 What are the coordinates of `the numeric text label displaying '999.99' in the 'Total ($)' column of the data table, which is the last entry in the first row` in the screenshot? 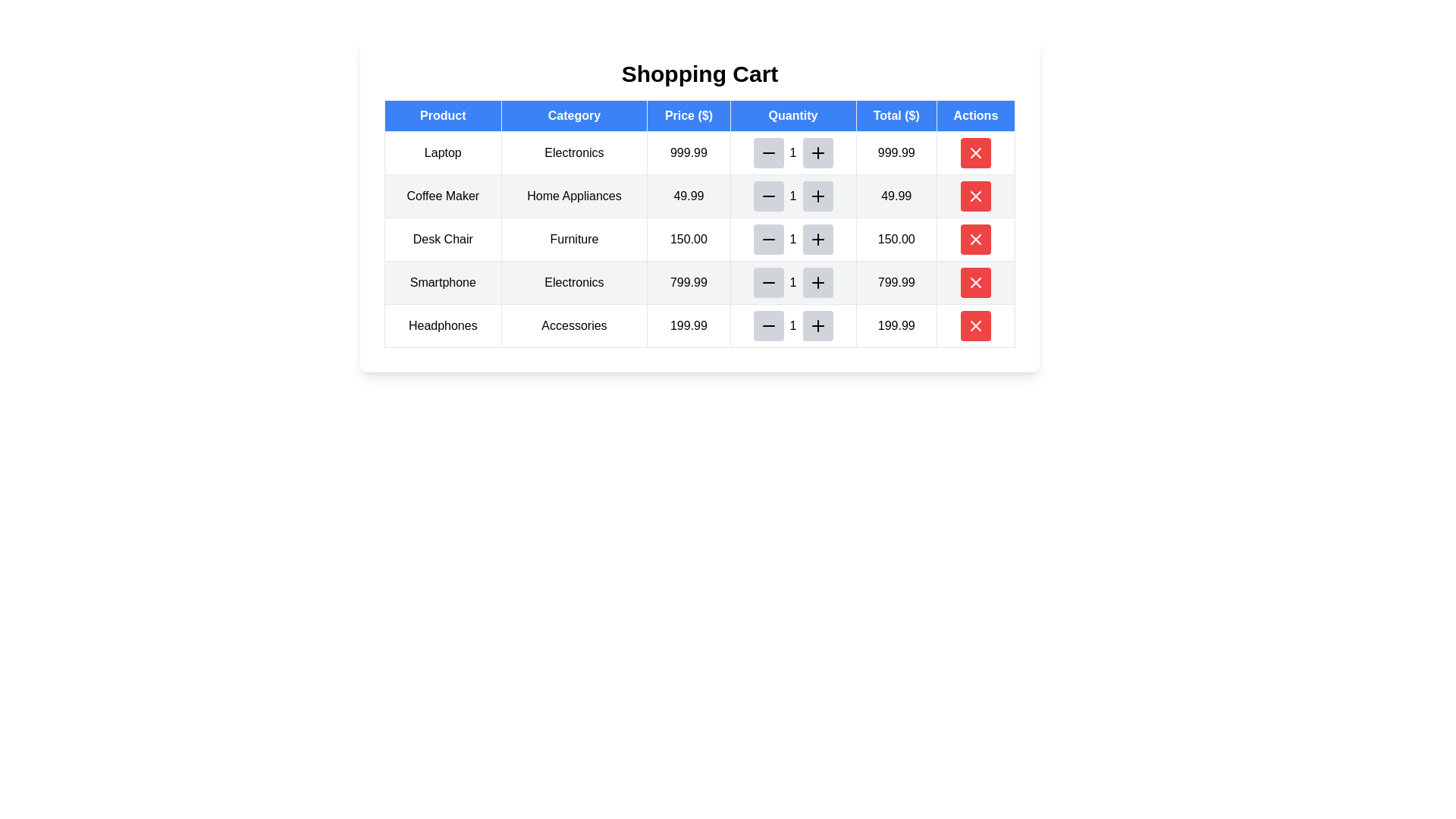 It's located at (896, 152).